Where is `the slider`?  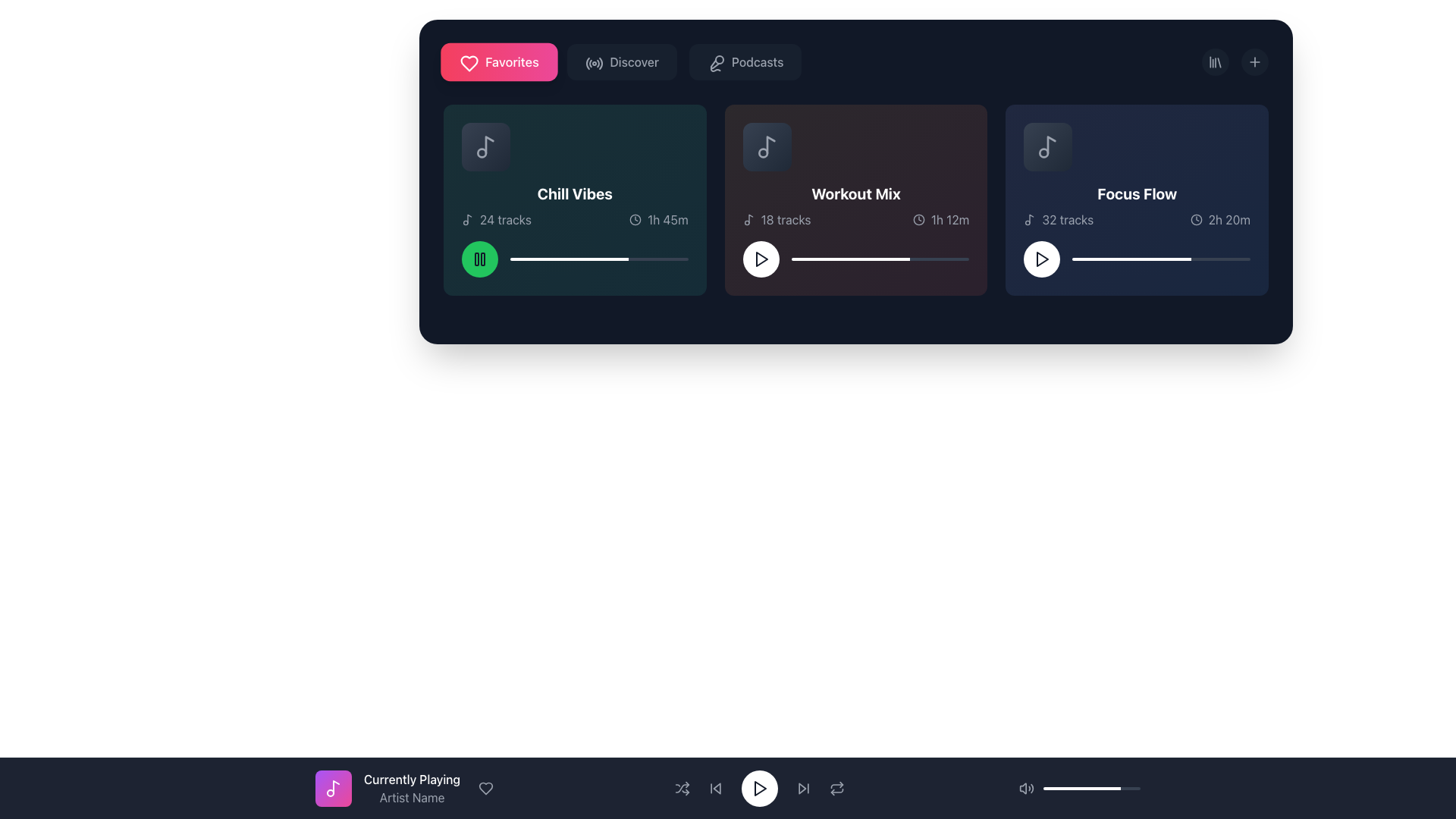 the slider is located at coordinates (552, 259).